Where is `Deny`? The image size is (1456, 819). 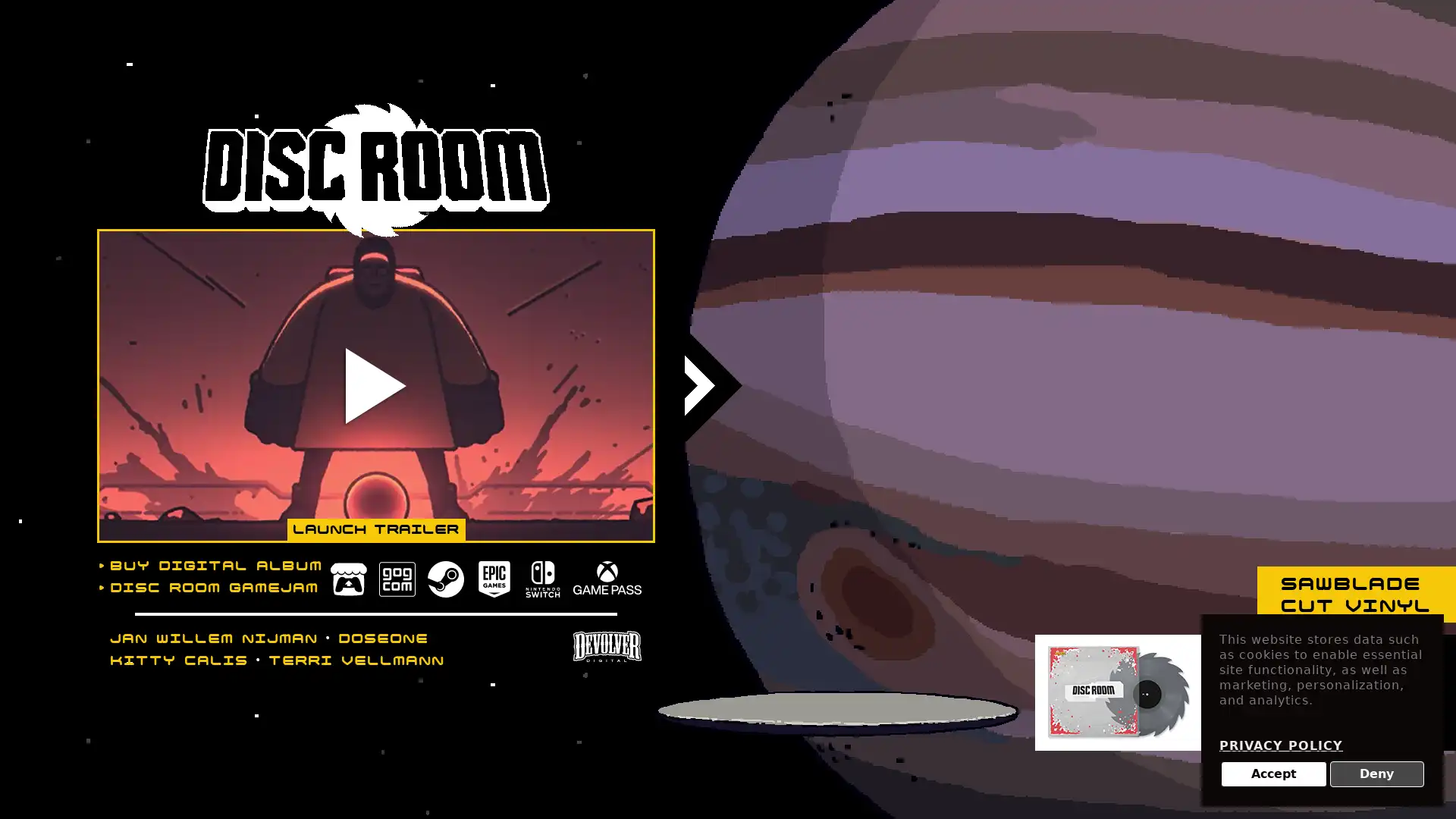 Deny is located at coordinates (1376, 774).